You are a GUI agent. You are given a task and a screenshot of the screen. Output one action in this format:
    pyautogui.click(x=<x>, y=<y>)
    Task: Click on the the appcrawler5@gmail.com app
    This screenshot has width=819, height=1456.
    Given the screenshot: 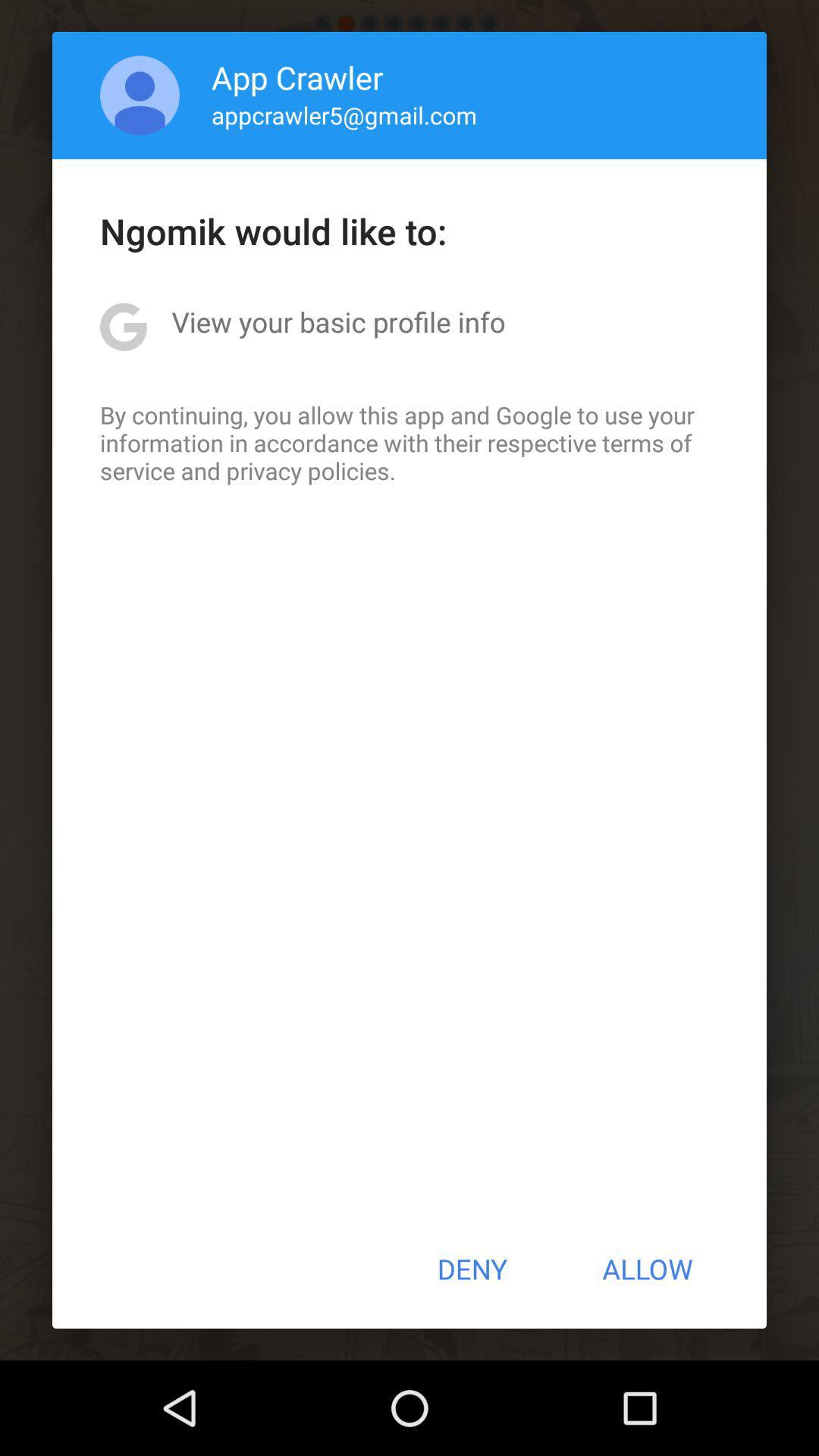 What is the action you would take?
    pyautogui.click(x=344, y=114)
    